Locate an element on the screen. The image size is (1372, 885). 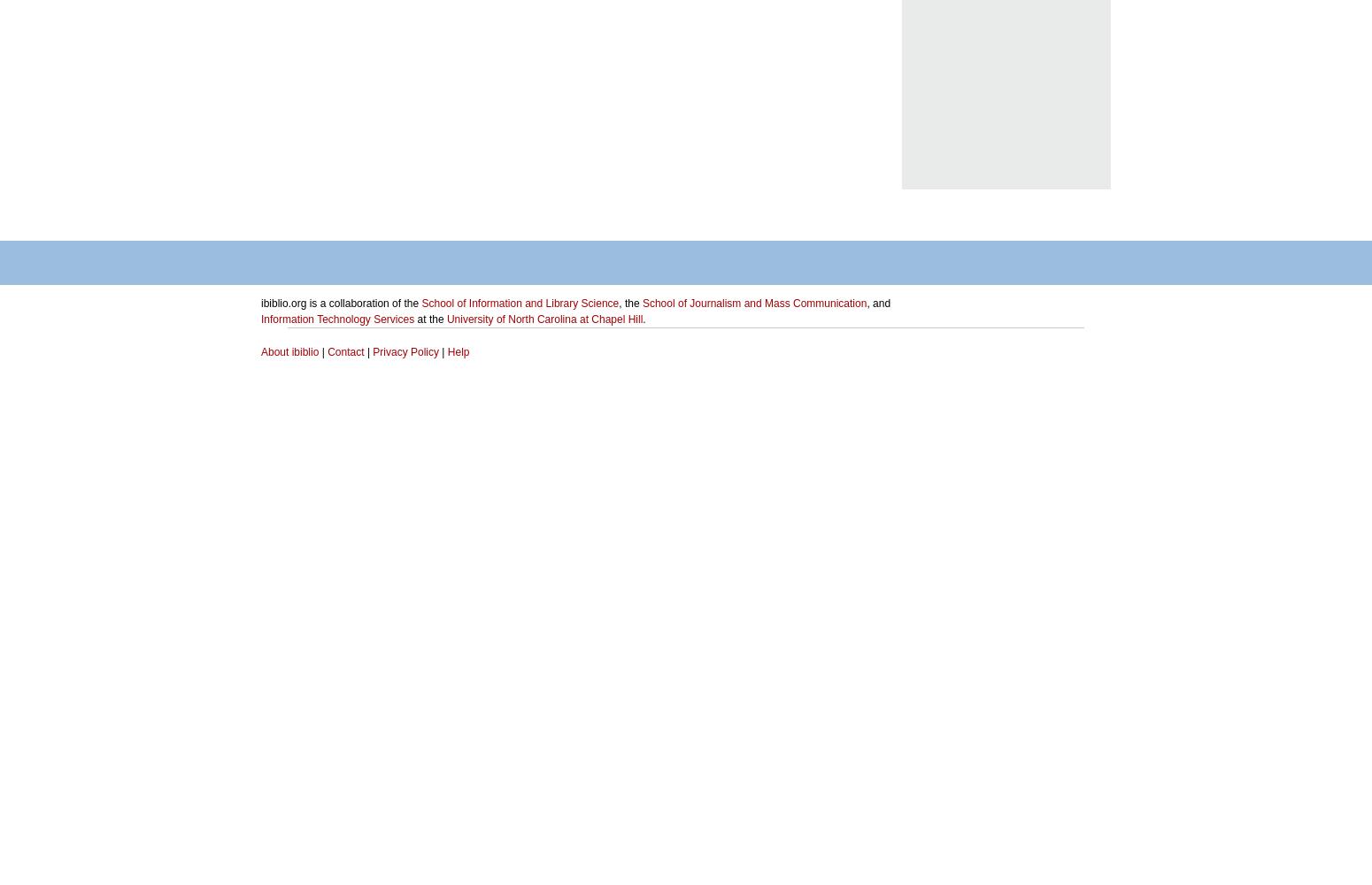
'Contact' is located at coordinates (345, 352).